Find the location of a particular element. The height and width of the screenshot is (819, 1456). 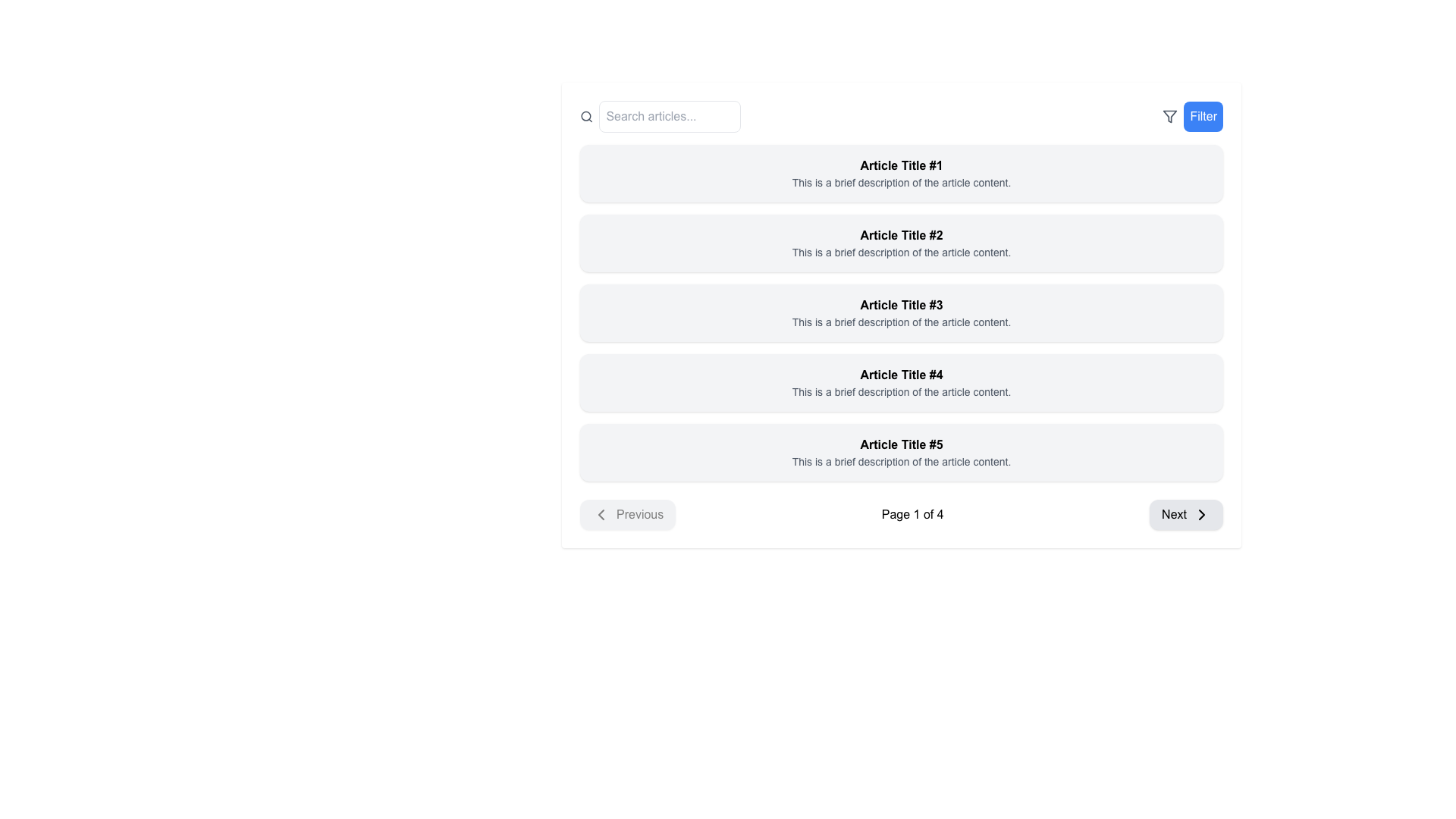

the bolded text element that reads 'Article Title #5', which is the title of the fifth article entry in a vertical list is located at coordinates (902, 444).